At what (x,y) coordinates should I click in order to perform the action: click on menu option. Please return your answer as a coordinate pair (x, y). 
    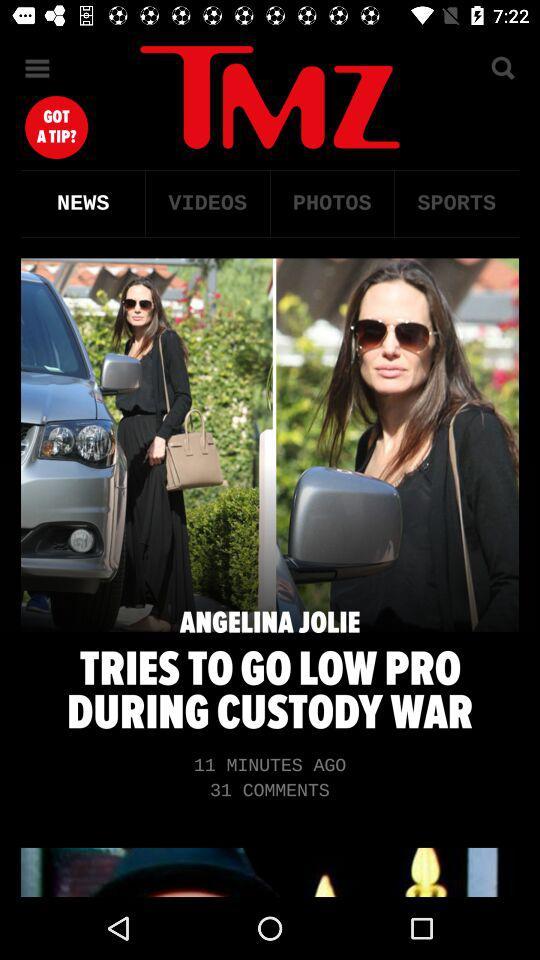
    Looking at the image, I should click on (37, 68).